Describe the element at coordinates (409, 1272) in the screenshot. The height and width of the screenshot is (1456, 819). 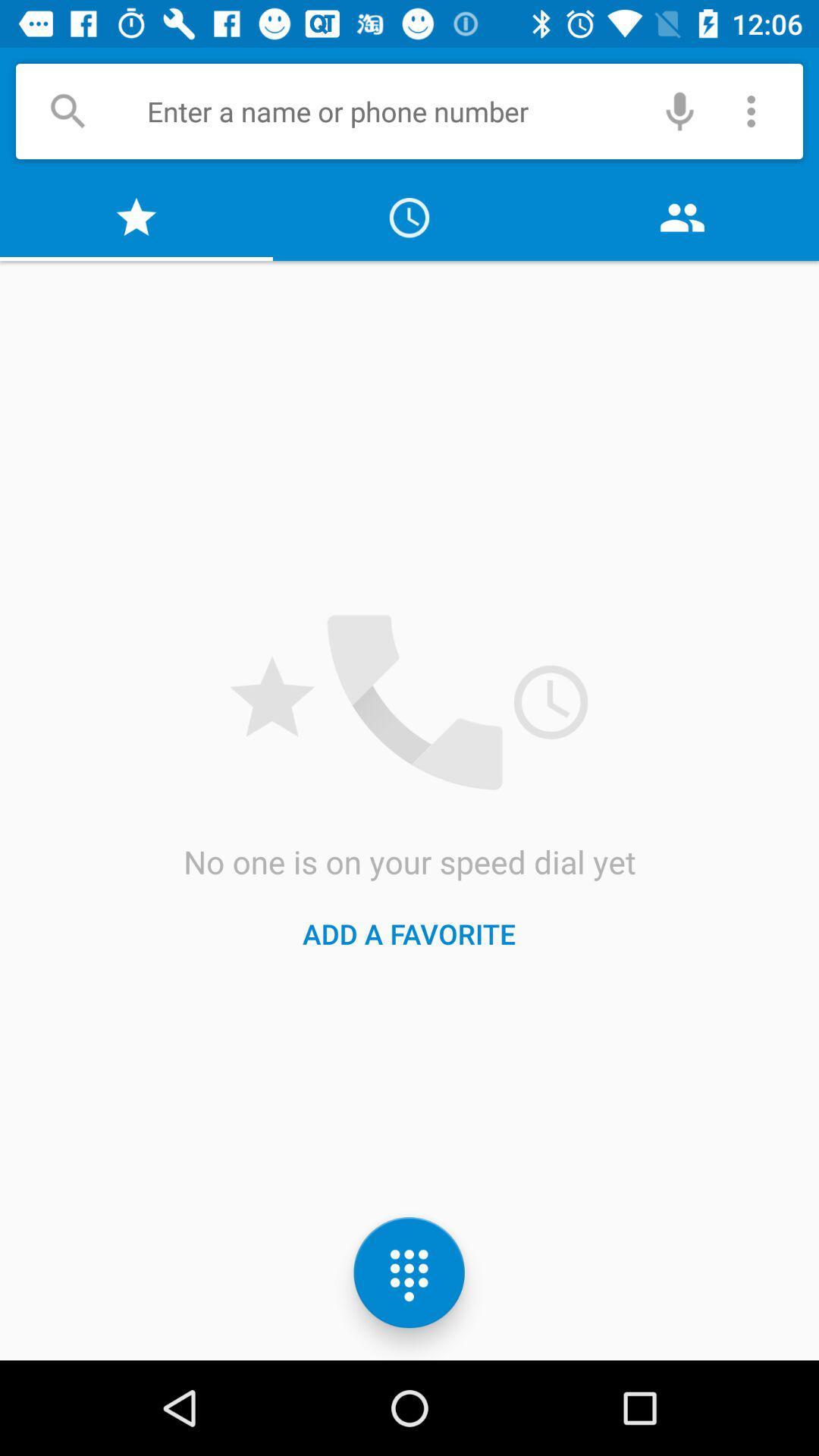
I see `the dialpad icon` at that location.